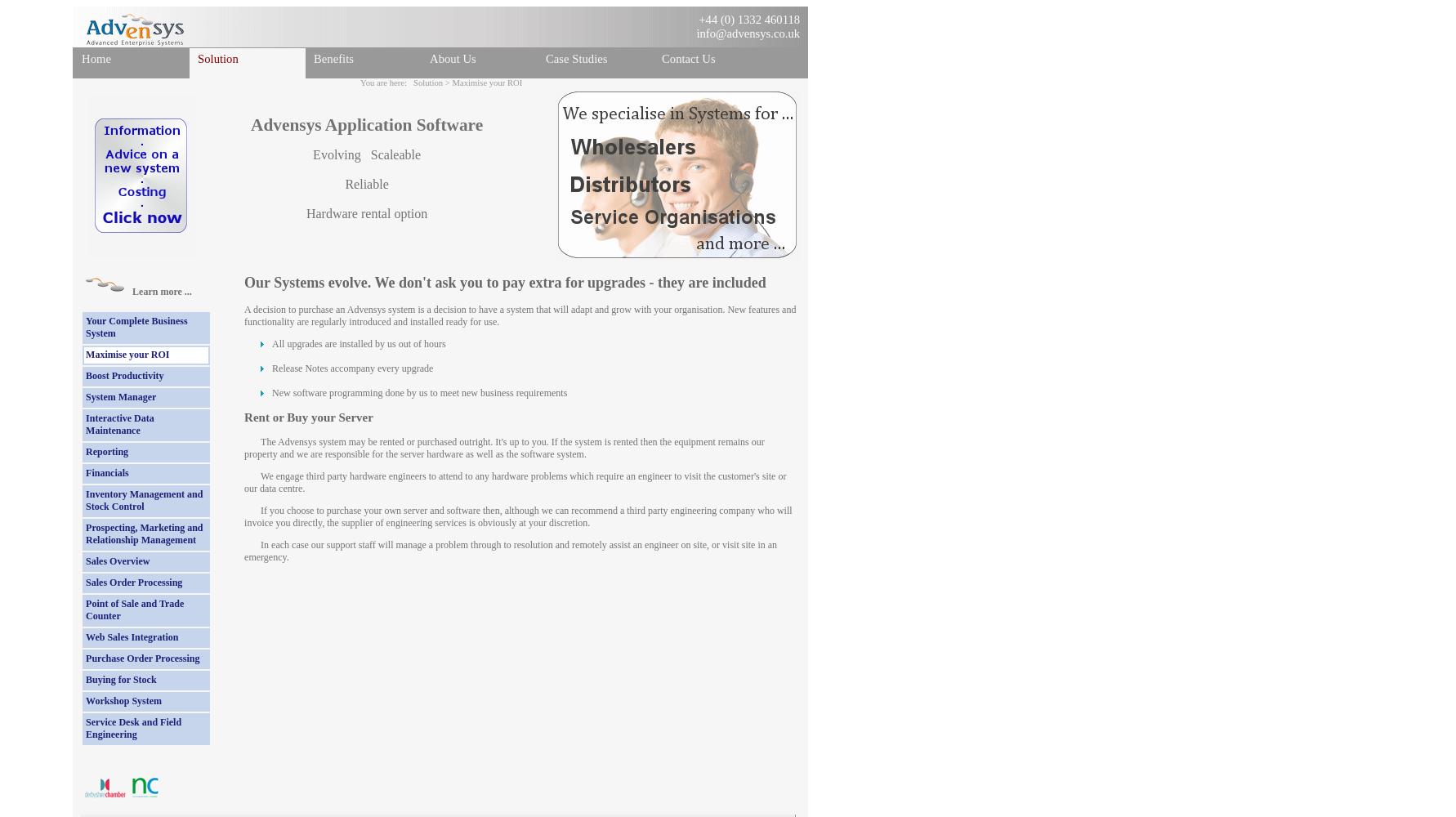  Describe the element at coordinates (510, 550) in the screenshot. I see `'In each case our support staff will manage a problem through to resolution and remotely 
      assist an engineer on site, or visit site in an emergency.'` at that location.